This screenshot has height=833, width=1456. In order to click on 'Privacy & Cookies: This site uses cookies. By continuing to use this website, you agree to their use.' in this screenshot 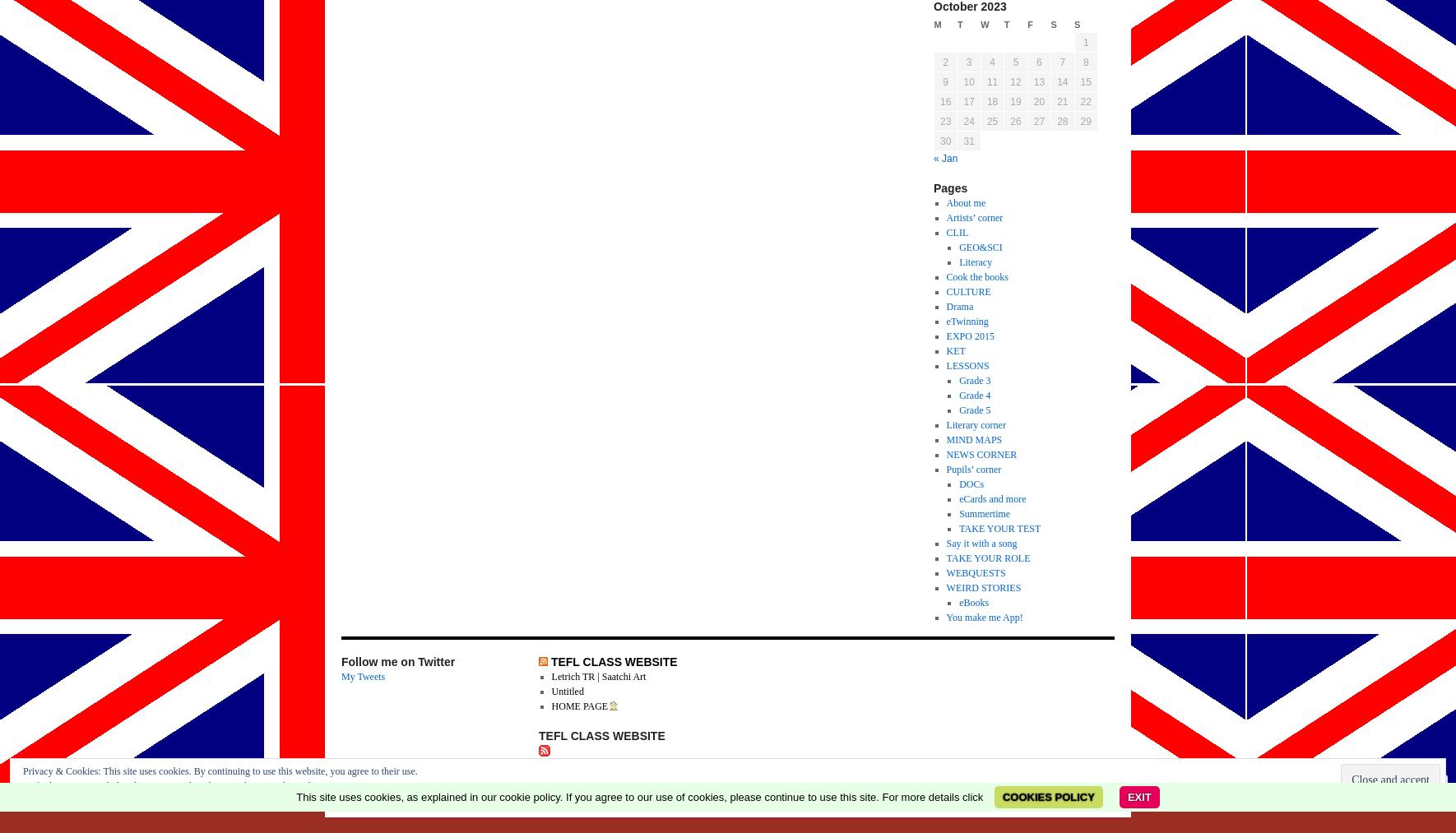, I will do `click(220, 771)`.